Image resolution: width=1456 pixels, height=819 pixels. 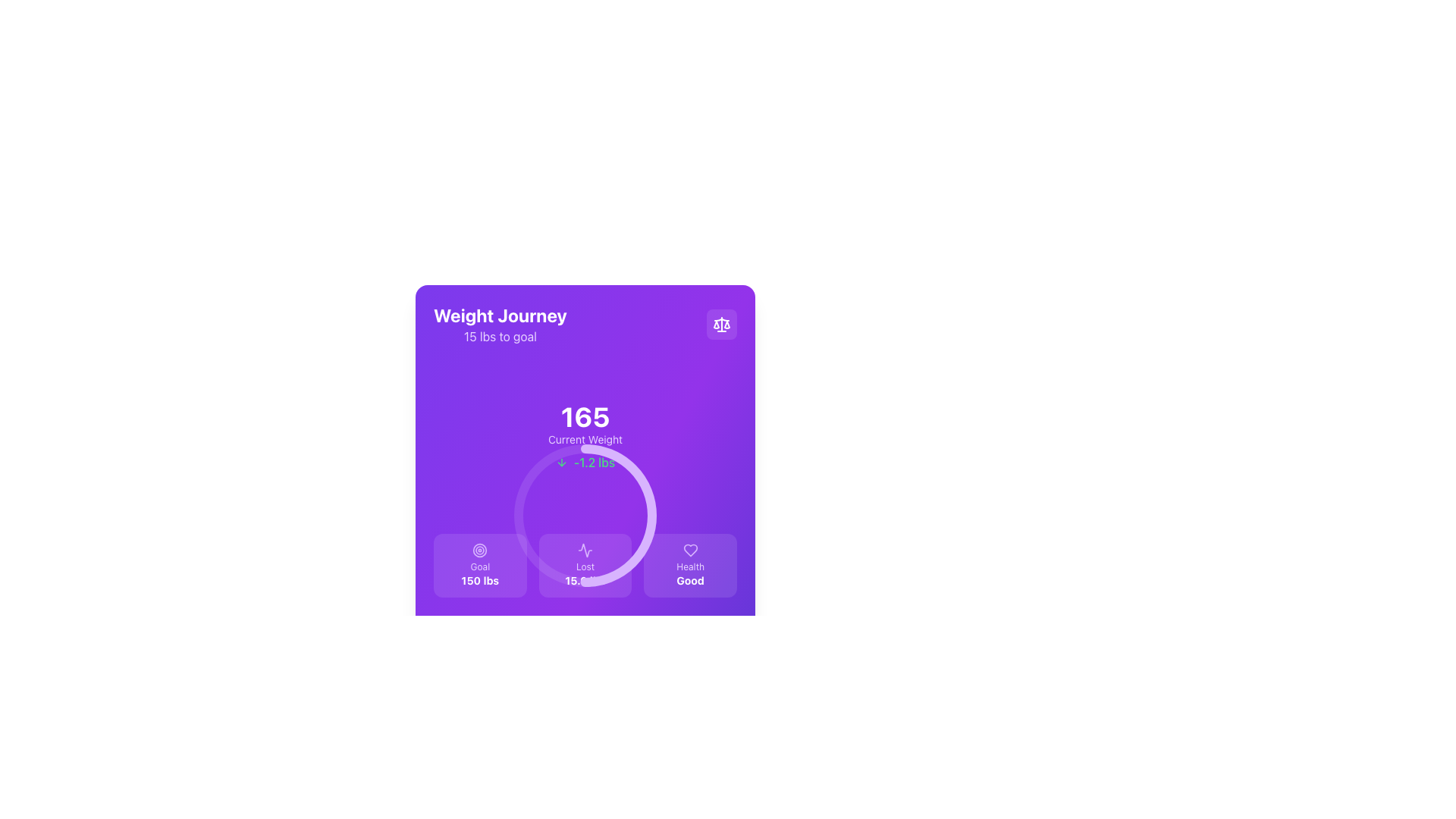 I want to click on text content of the Text label that displays the amount of weight lost, located at the bottom of the 'Lost' card in the user interface for tracking weight goals, so click(x=585, y=580).